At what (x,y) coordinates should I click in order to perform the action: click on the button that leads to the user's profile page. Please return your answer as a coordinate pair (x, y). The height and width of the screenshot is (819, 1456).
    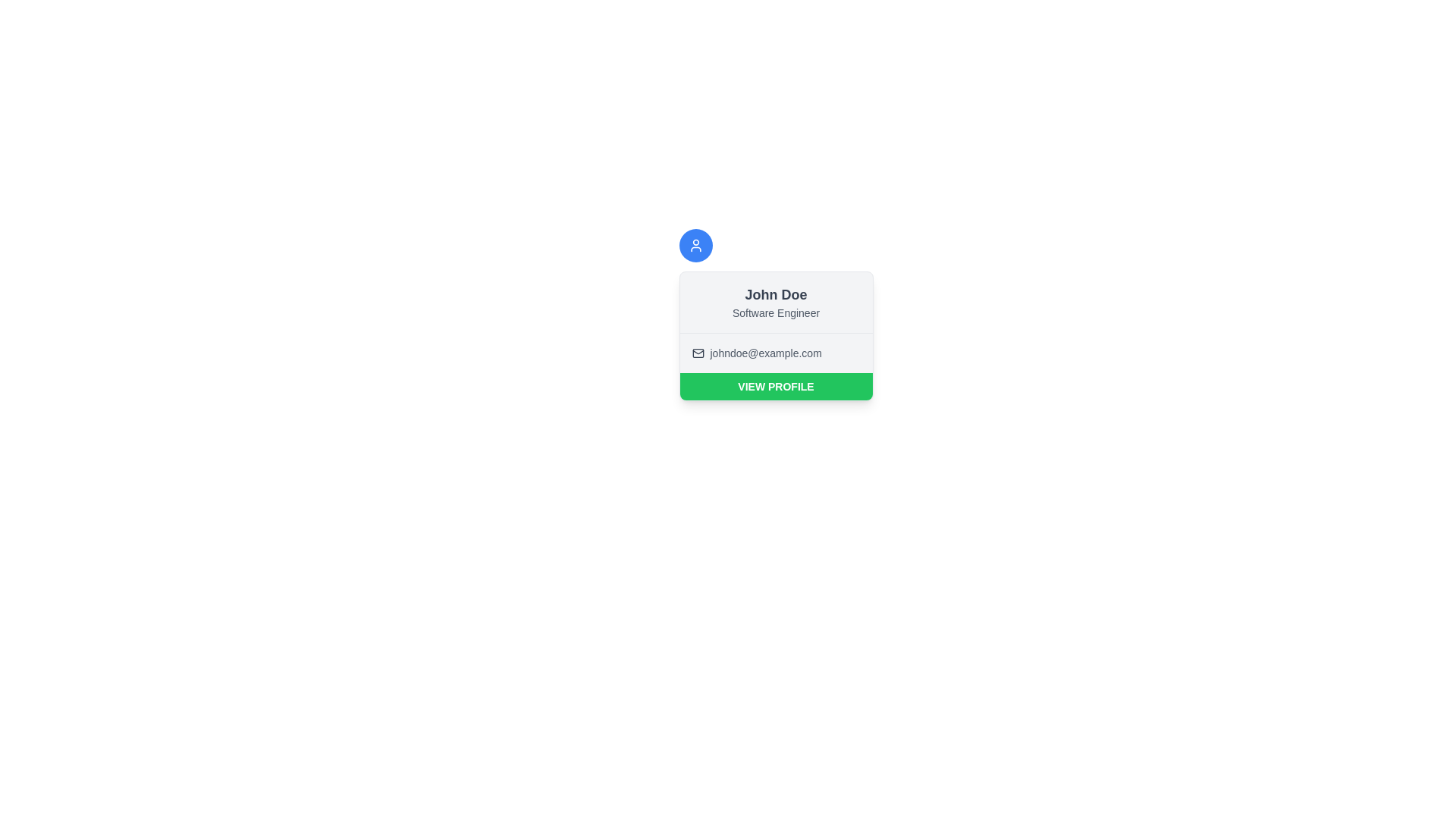
    Looking at the image, I should click on (776, 385).